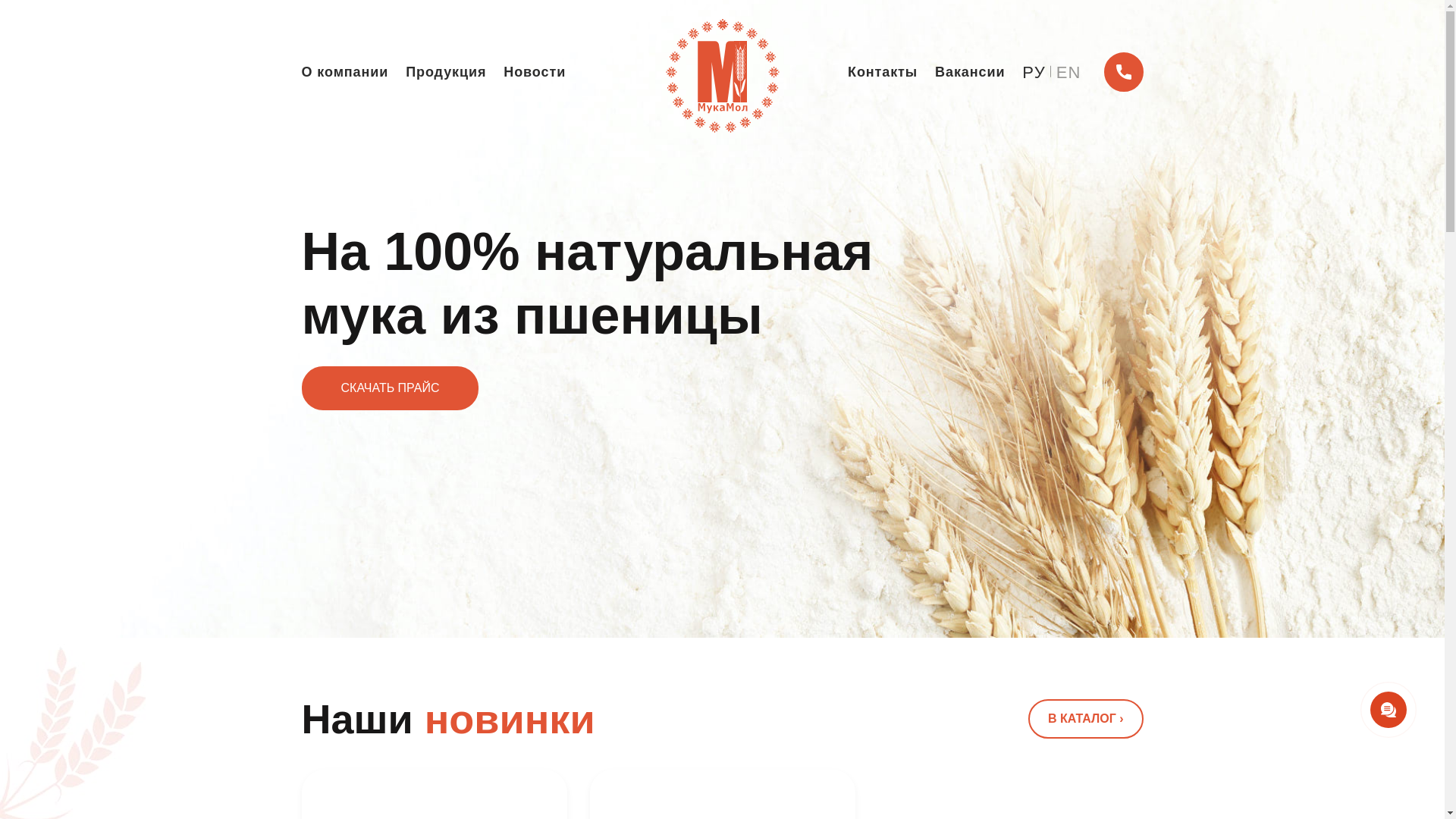 Image resolution: width=1456 pixels, height=819 pixels. What do you see at coordinates (1050, 71) in the screenshot?
I see `'EN'` at bounding box center [1050, 71].